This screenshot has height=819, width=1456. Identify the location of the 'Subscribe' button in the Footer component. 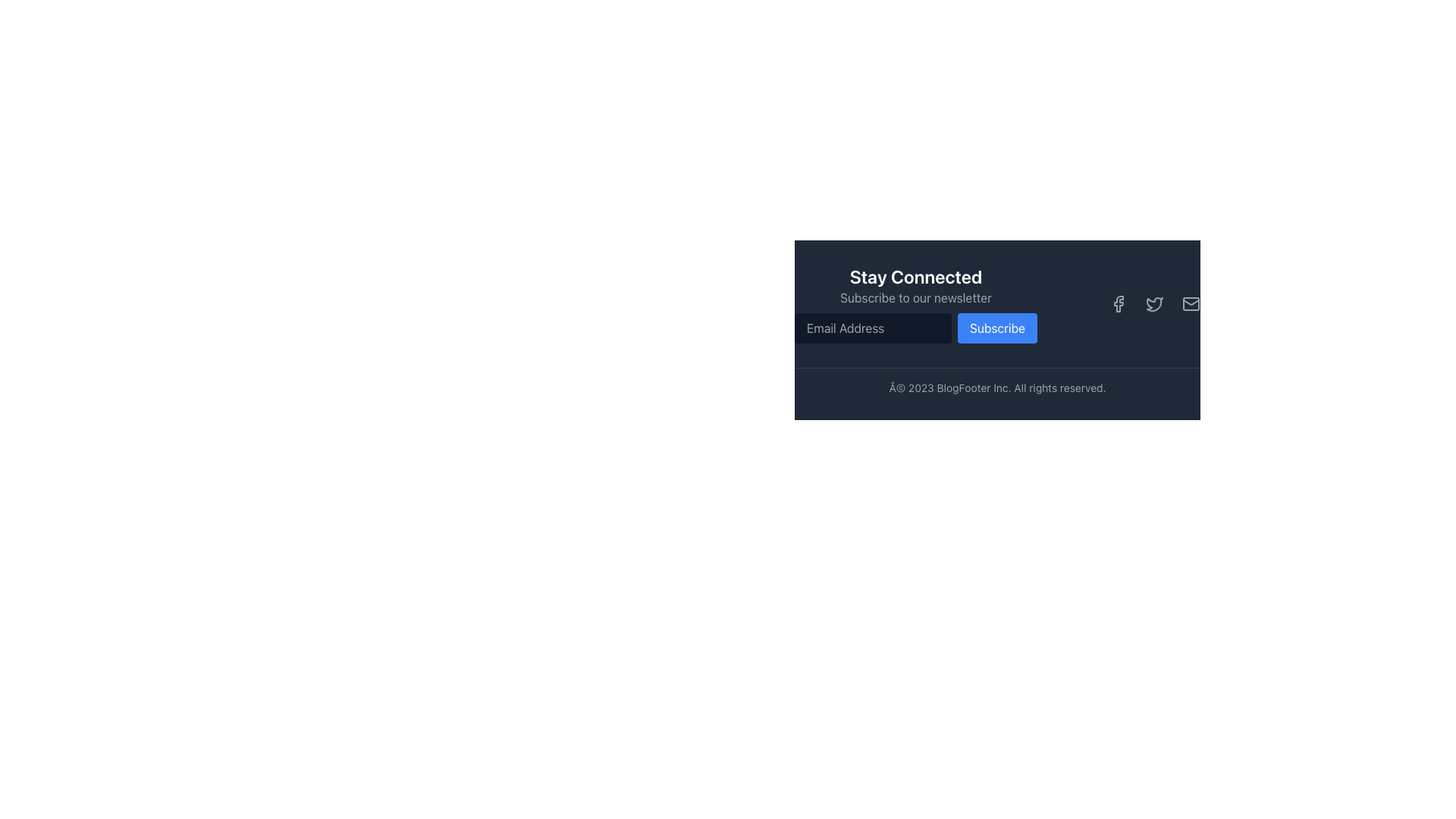
(997, 329).